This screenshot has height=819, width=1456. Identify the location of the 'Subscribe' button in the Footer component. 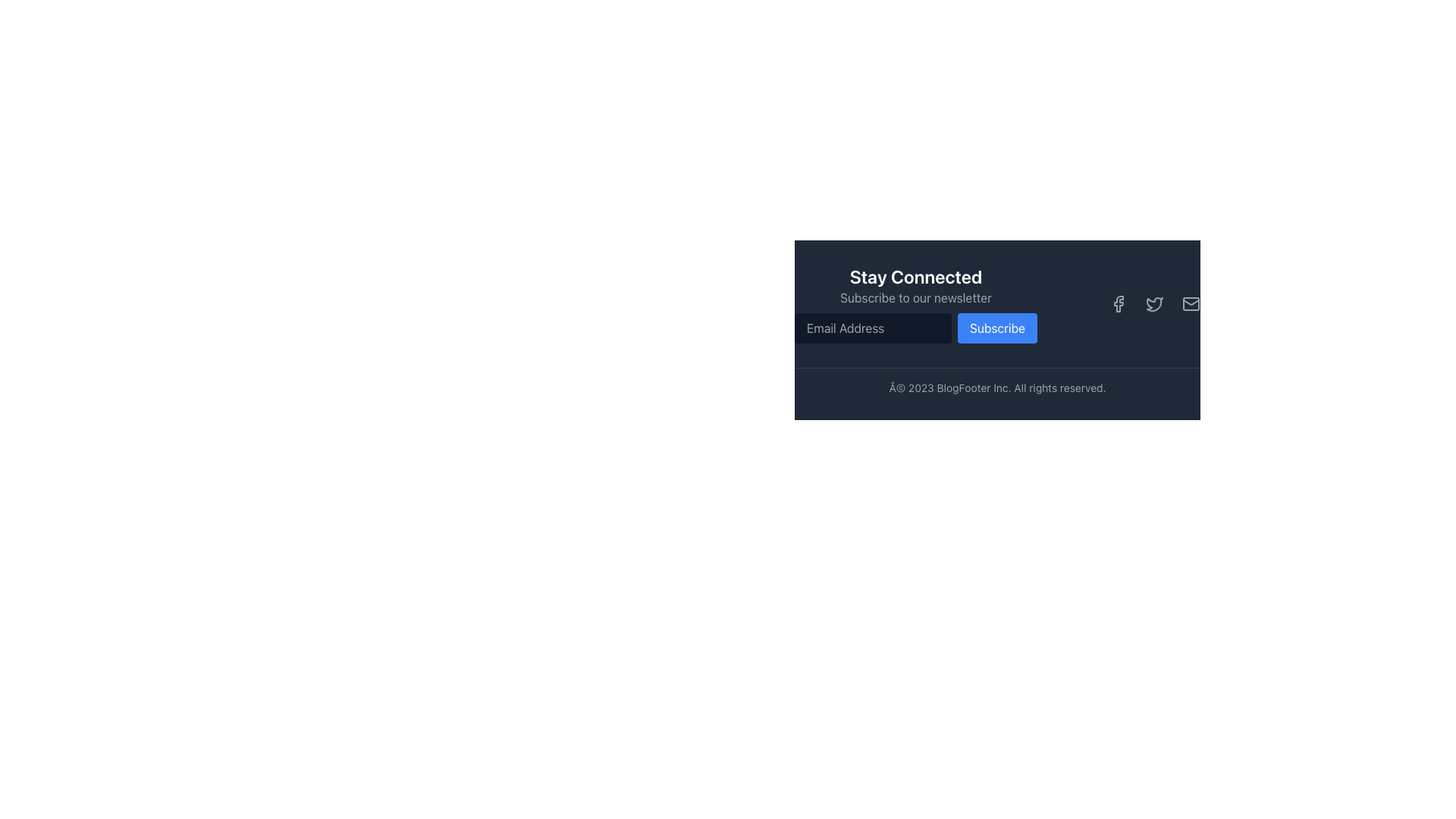
(997, 329).